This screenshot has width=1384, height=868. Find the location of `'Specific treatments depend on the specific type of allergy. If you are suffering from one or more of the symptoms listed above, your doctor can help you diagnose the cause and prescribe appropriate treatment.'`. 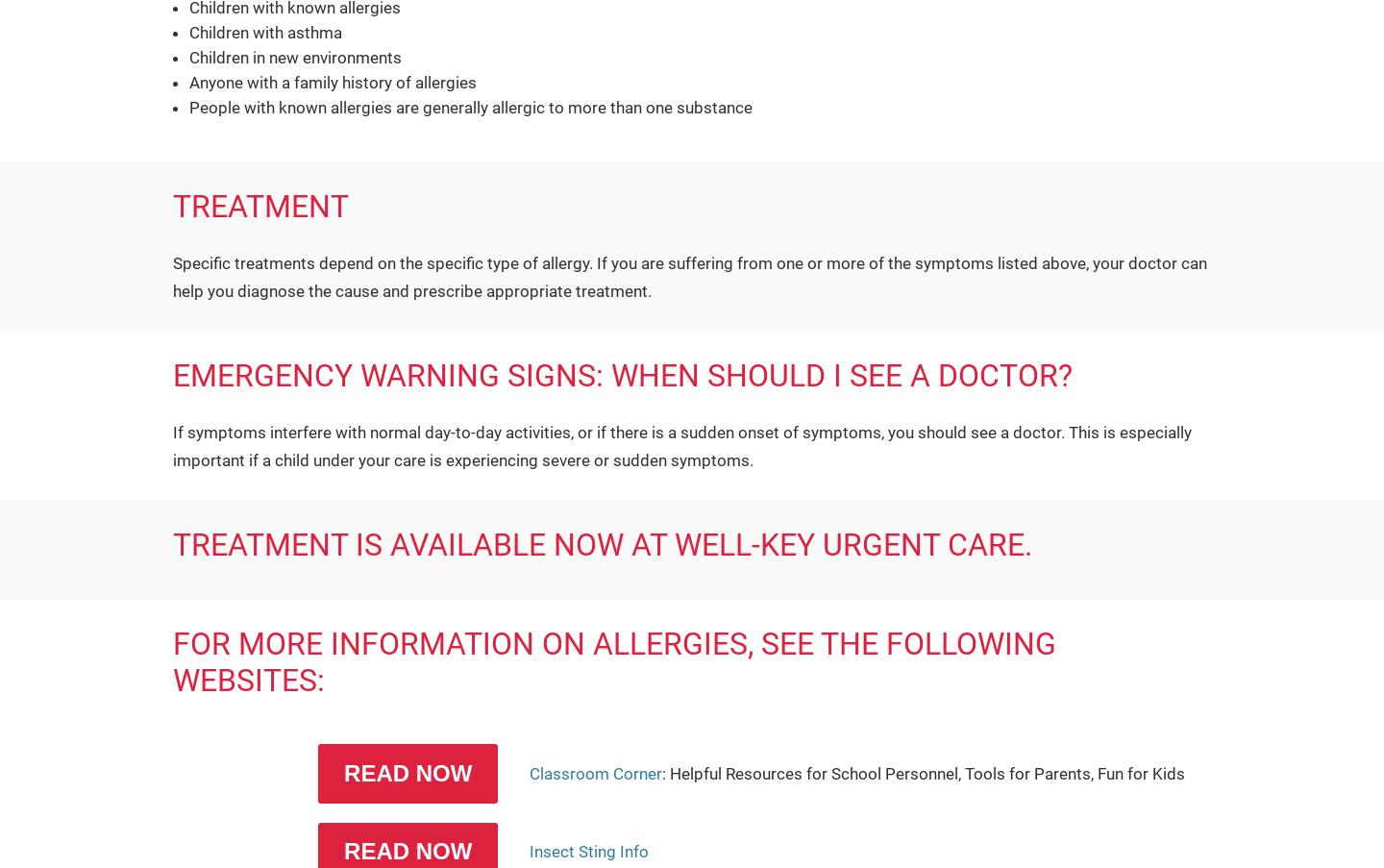

'Specific treatments depend on the specific type of allergy. If you are suffering from one or more of the symptoms listed above, your doctor can help you diagnose the cause and prescribe appropriate treatment.' is located at coordinates (689, 275).